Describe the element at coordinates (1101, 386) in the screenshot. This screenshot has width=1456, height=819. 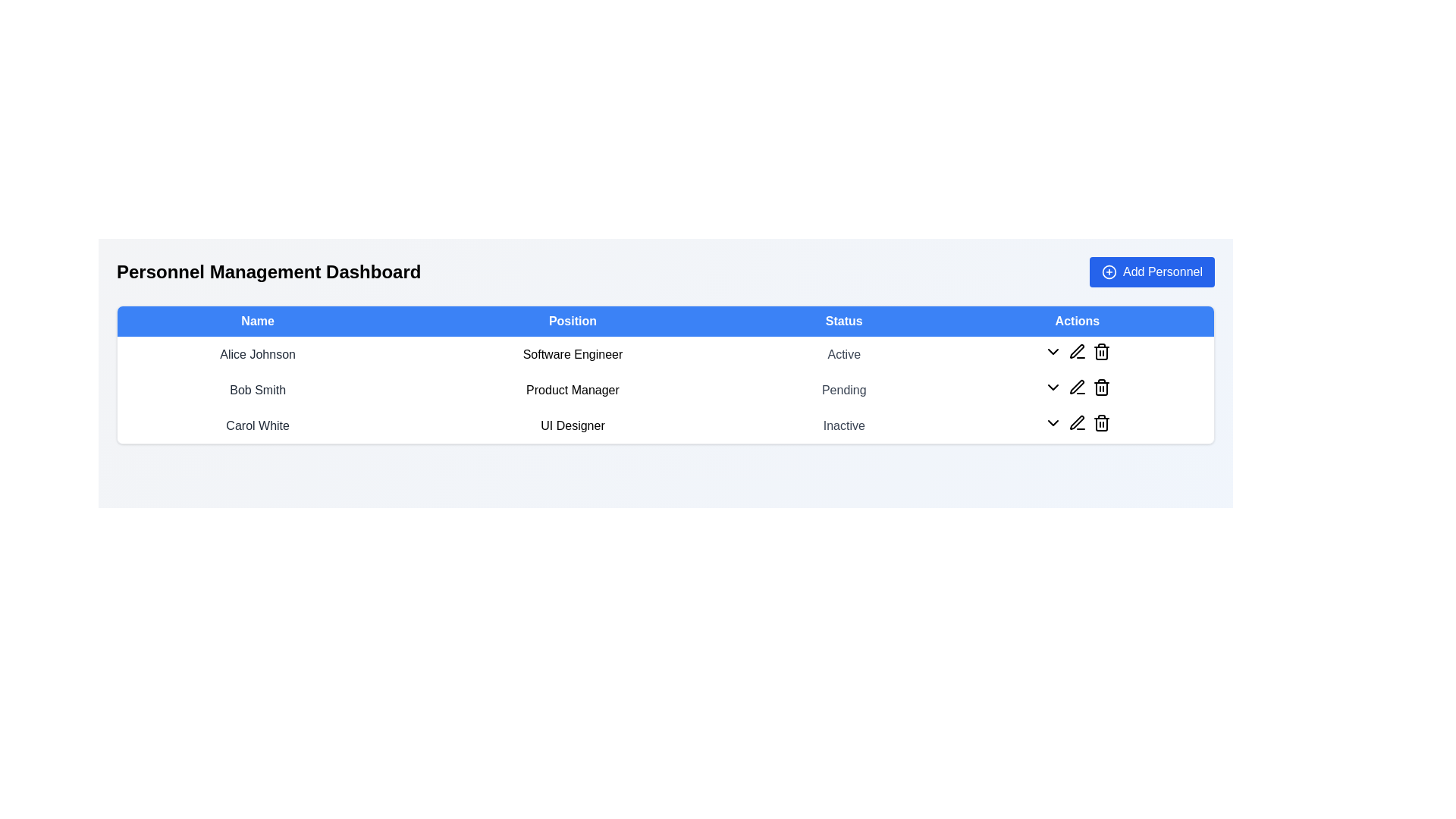
I see `the trash can icon located in the 'Actions' column of the second row of the table corresponding to 'Bob Smith - Product Manager - Pending' to initiate the delete action` at that location.